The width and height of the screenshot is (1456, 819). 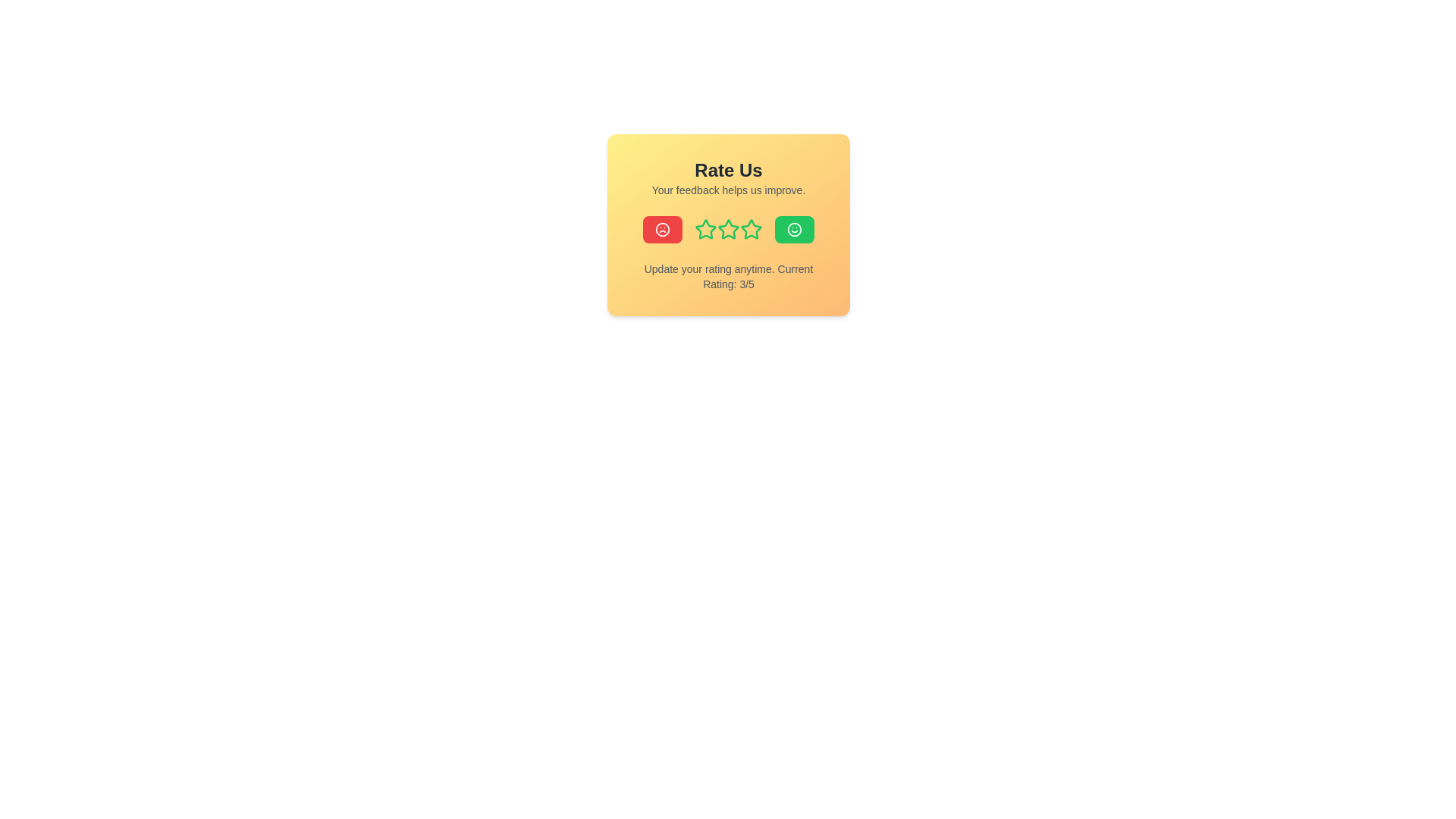 What do you see at coordinates (662, 230) in the screenshot?
I see `the frown emoticon icon outlined in a red circular button located on the left side of the 'Rate Us' header to provide feedback` at bounding box center [662, 230].